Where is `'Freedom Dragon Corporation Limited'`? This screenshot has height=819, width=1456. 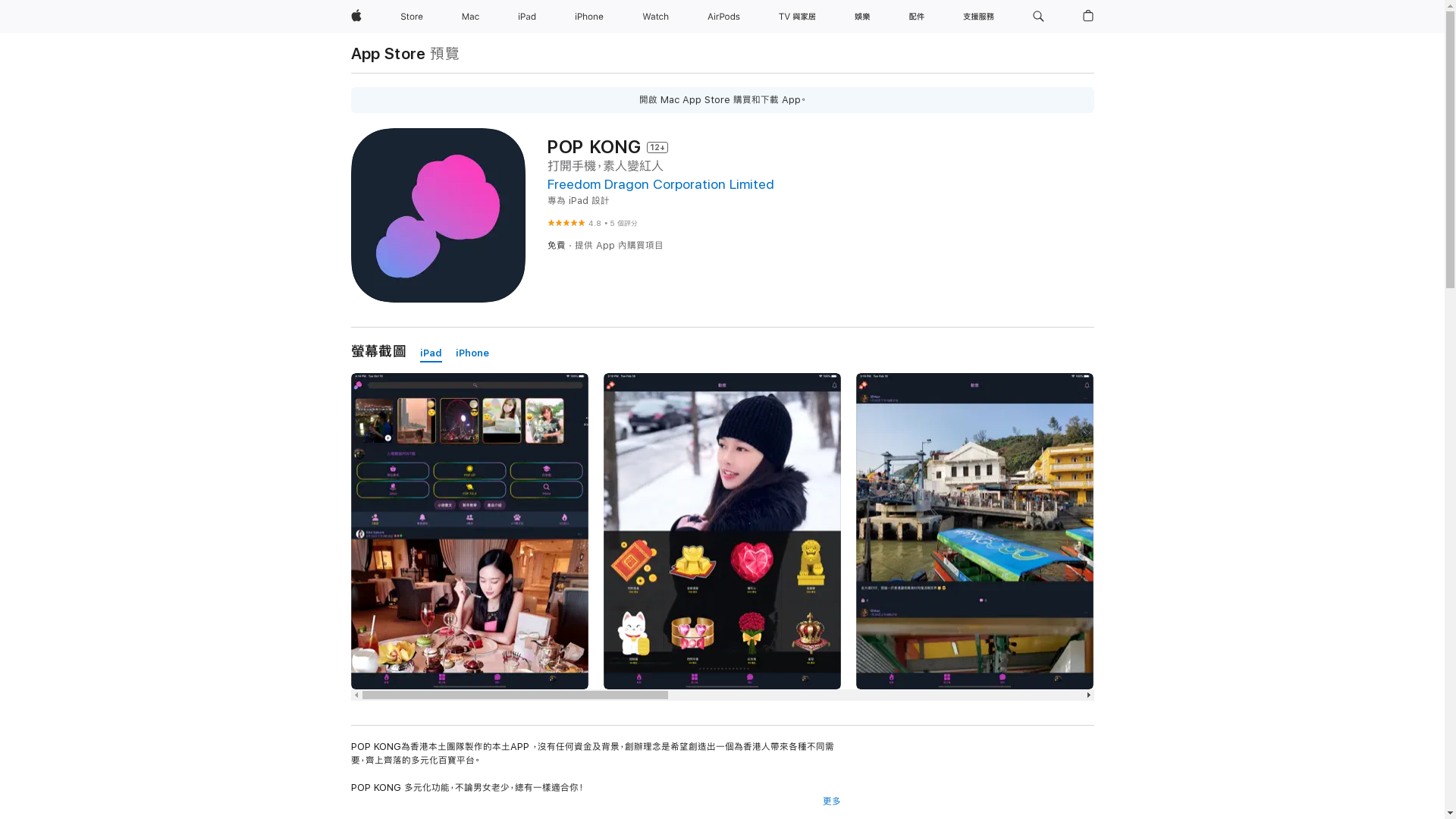 'Freedom Dragon Corporation Limited' is located at coordinates (661, 184).